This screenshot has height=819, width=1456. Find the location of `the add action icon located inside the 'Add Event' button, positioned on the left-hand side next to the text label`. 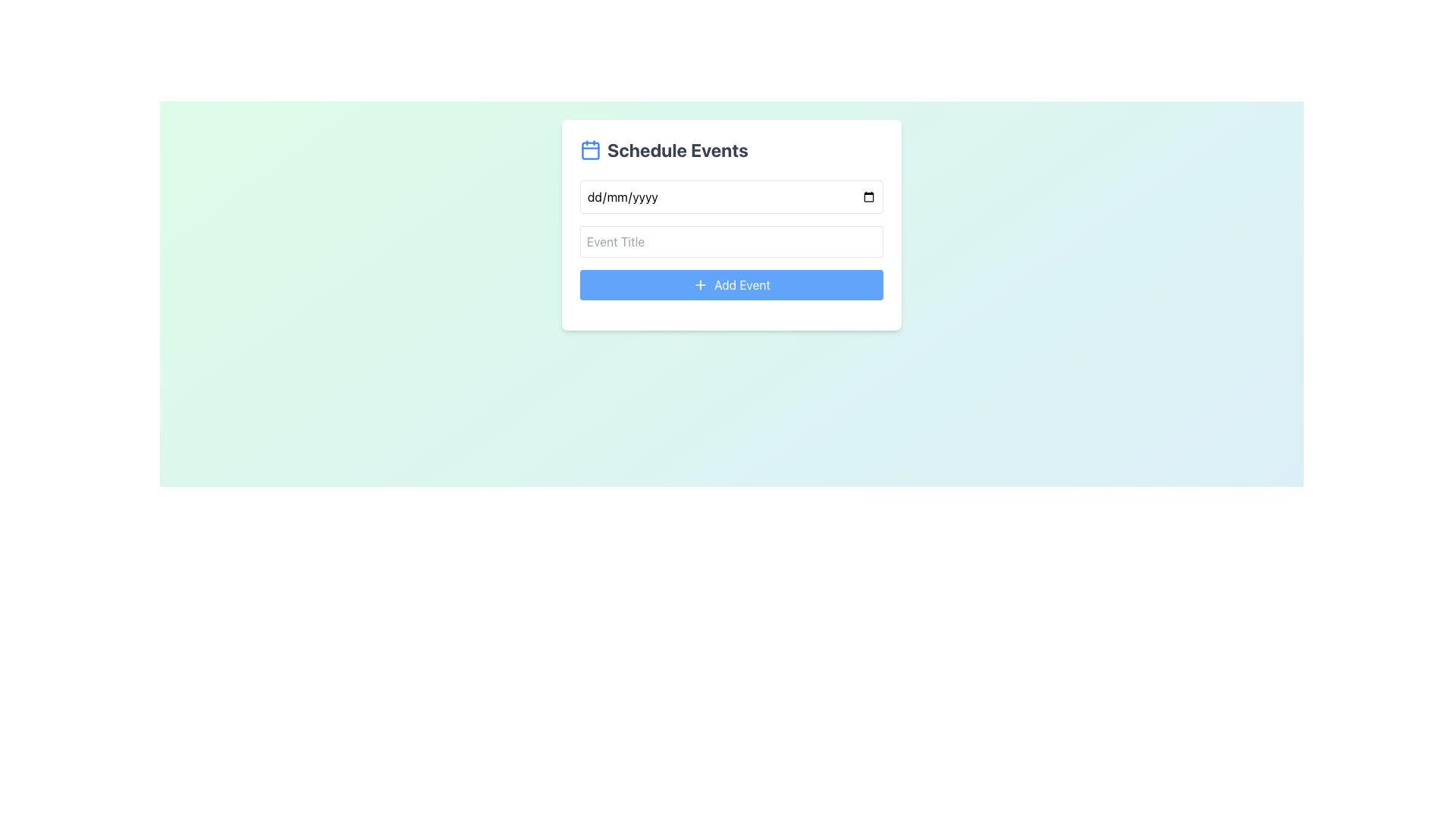

the add action icon located inside the 'Add Event' button, positioned on the left-hand side next to the text label is located at coordinates (700, 284).